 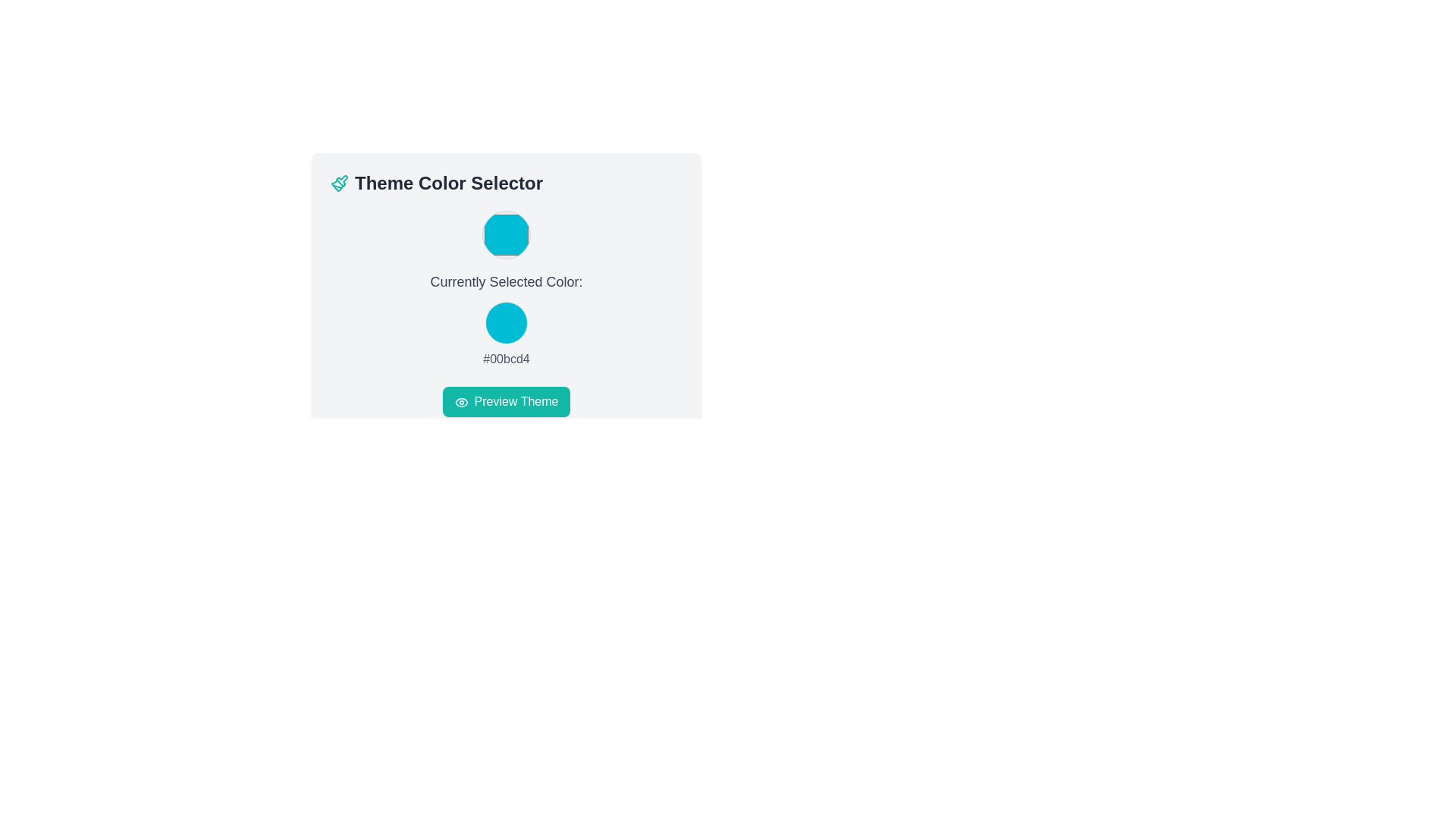 I want to click on displayed color information from the composite display element showing the currently selected color in the 'Theme Color Selector' interface, so click(x=506, y=318).